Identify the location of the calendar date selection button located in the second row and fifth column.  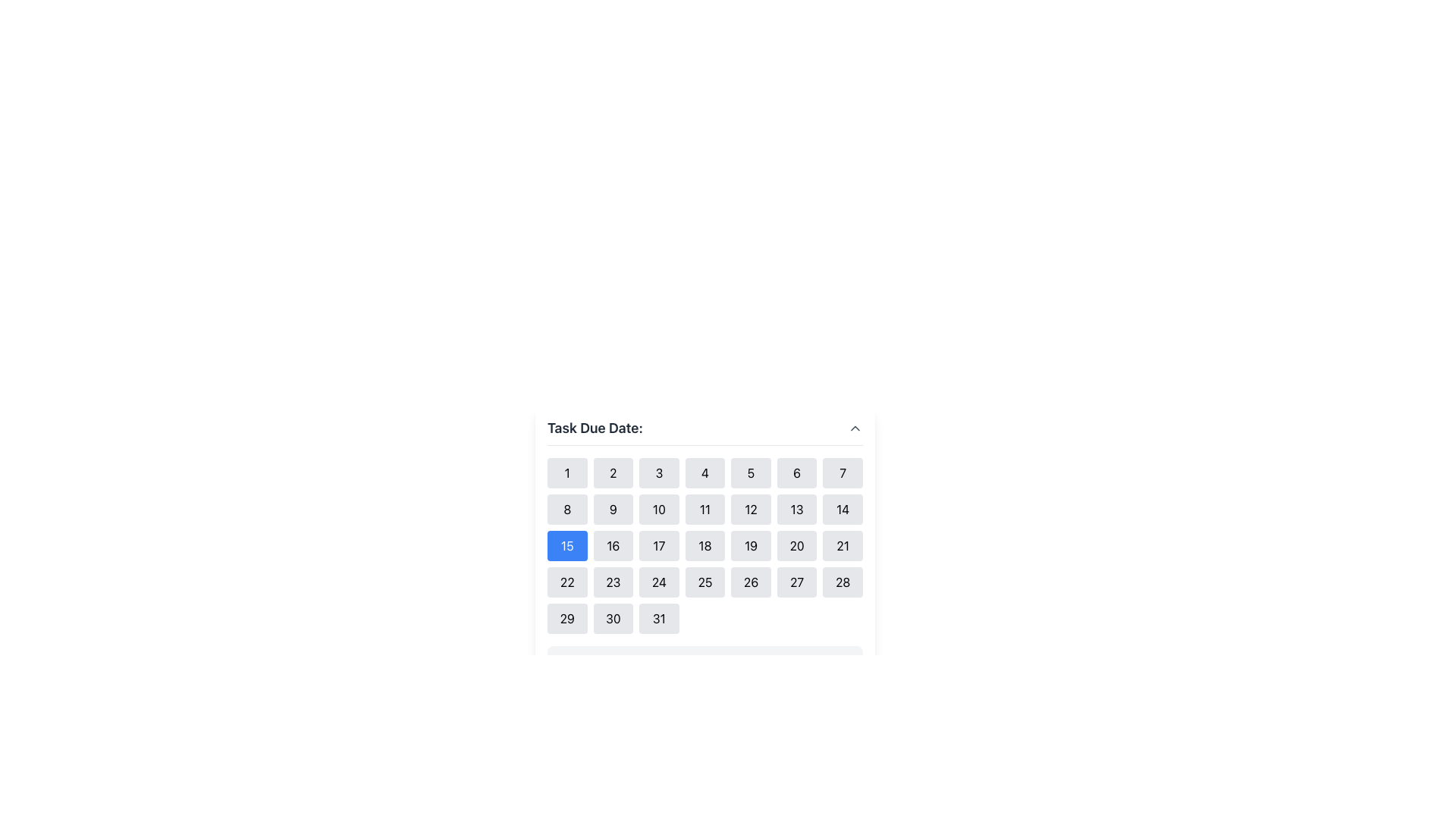
(751, 509).